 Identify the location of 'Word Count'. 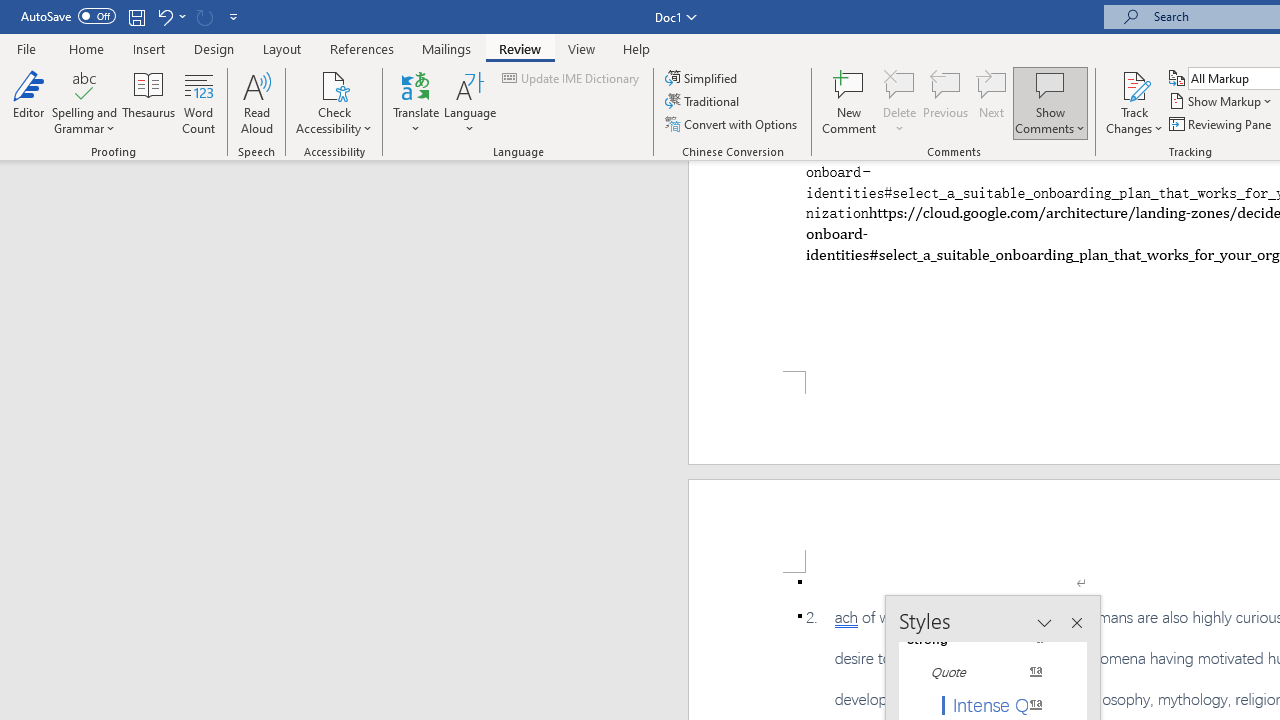
(199, 103).